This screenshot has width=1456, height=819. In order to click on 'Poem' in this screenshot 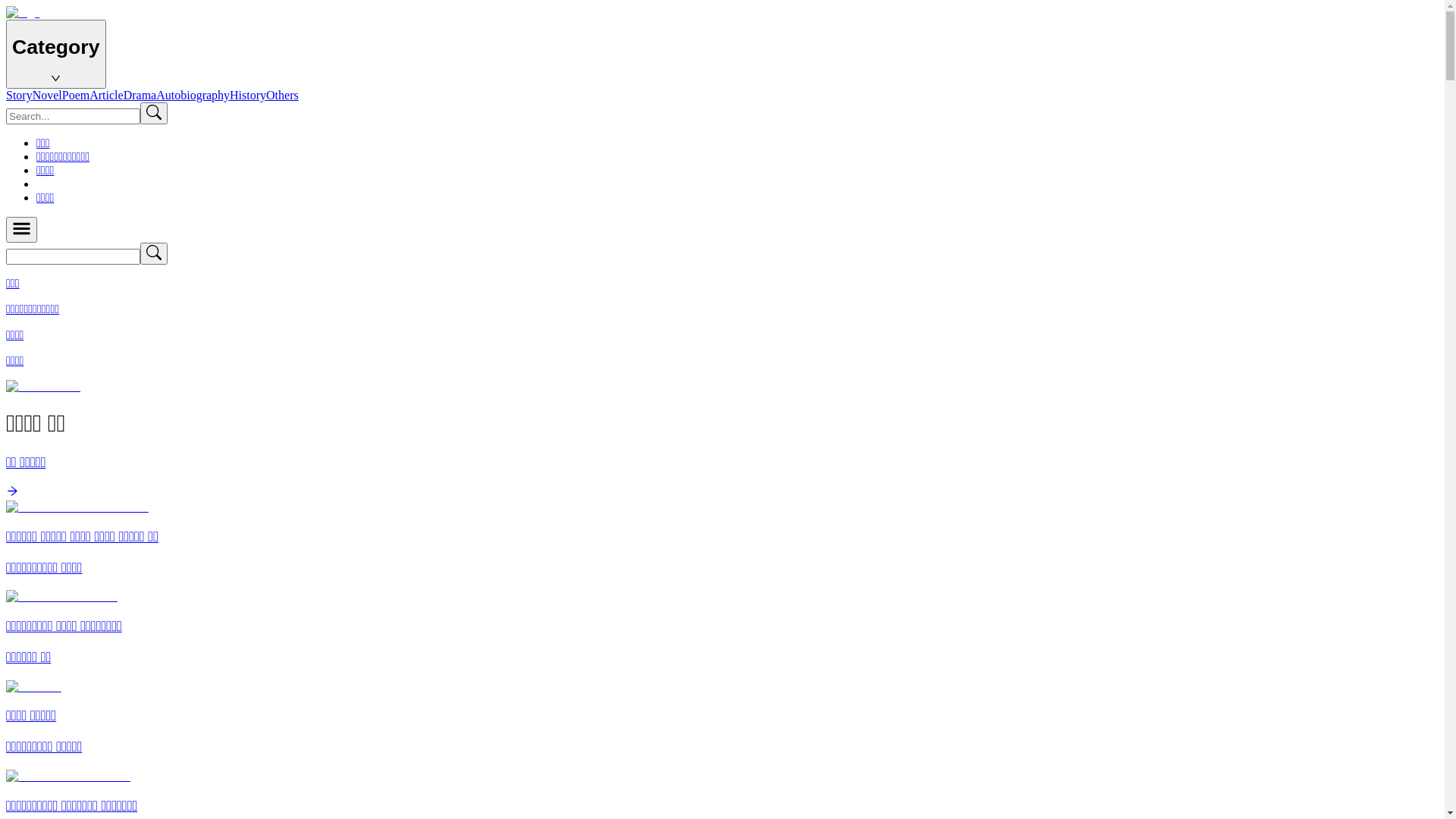, I will do `click(75, 95)`.